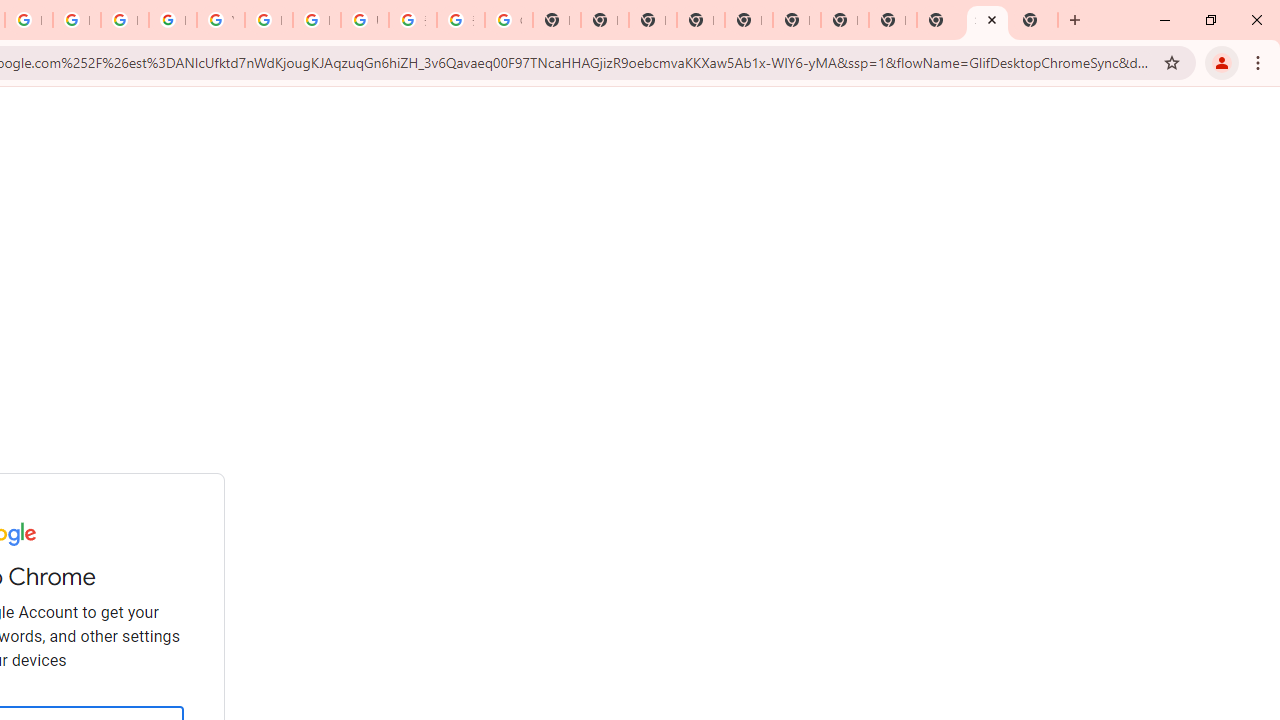 The image size is (1280, 720). I want to click on 'Google Images', so click(508, 20).